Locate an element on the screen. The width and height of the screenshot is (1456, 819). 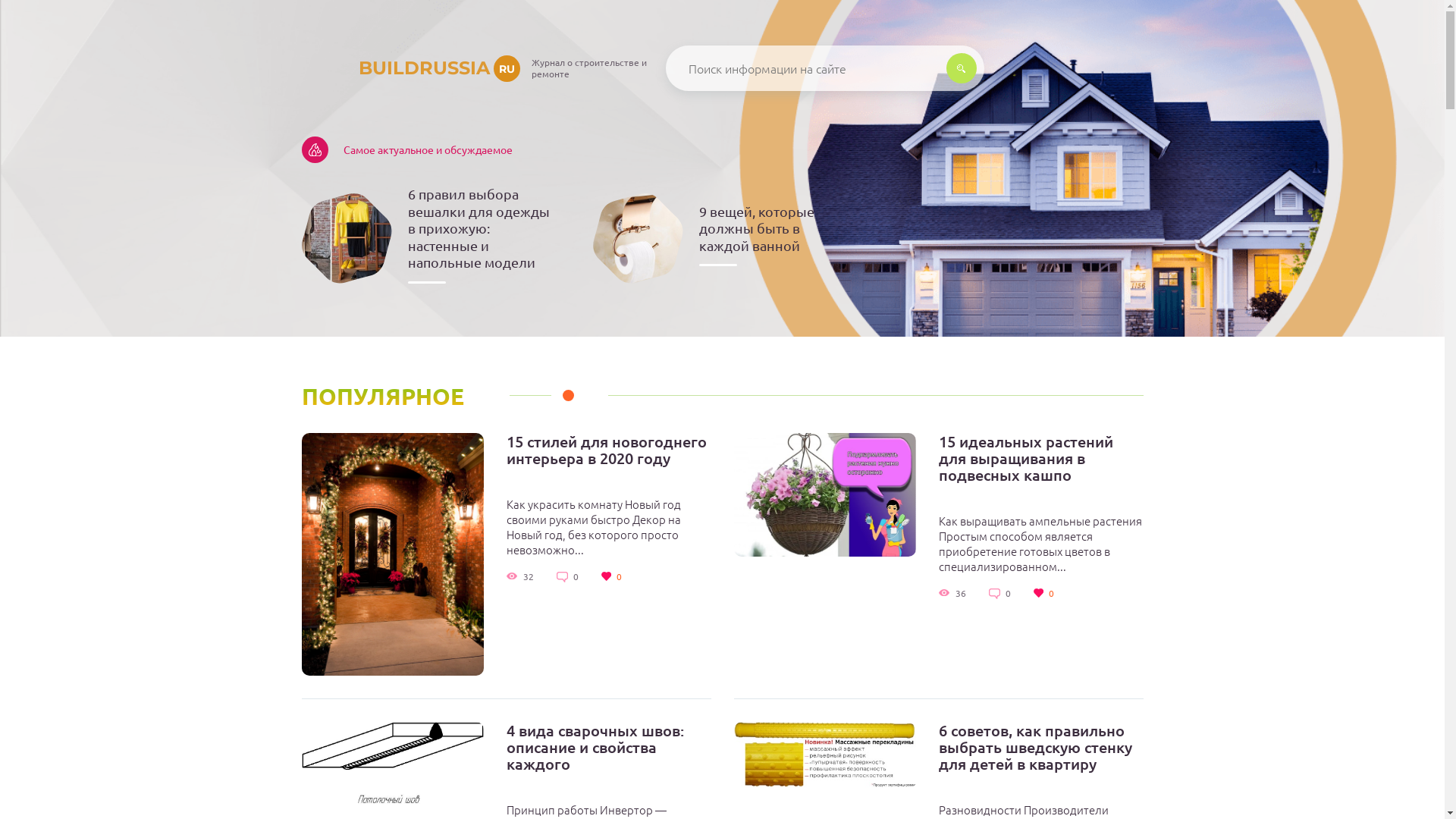
'BUILDRUSSIA is located at coordinates (411, 67).